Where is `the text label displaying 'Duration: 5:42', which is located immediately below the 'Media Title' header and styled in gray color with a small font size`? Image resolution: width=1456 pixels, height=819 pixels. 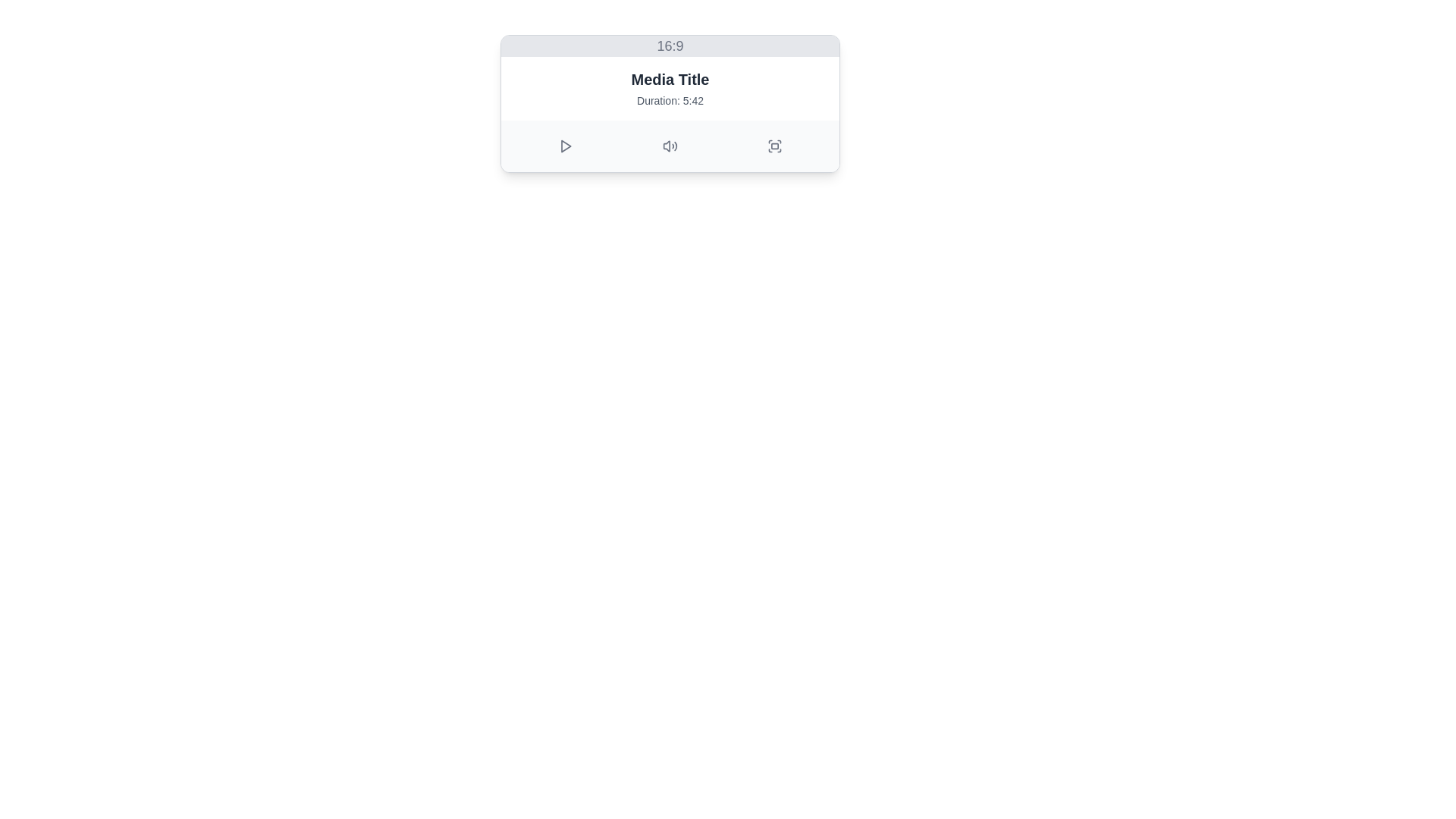 the text label displaying 'Duration: 5:42', which is located immediately below the 'Media Title' header and styled in gray color with a small font size is located at coordinates (669, 100).